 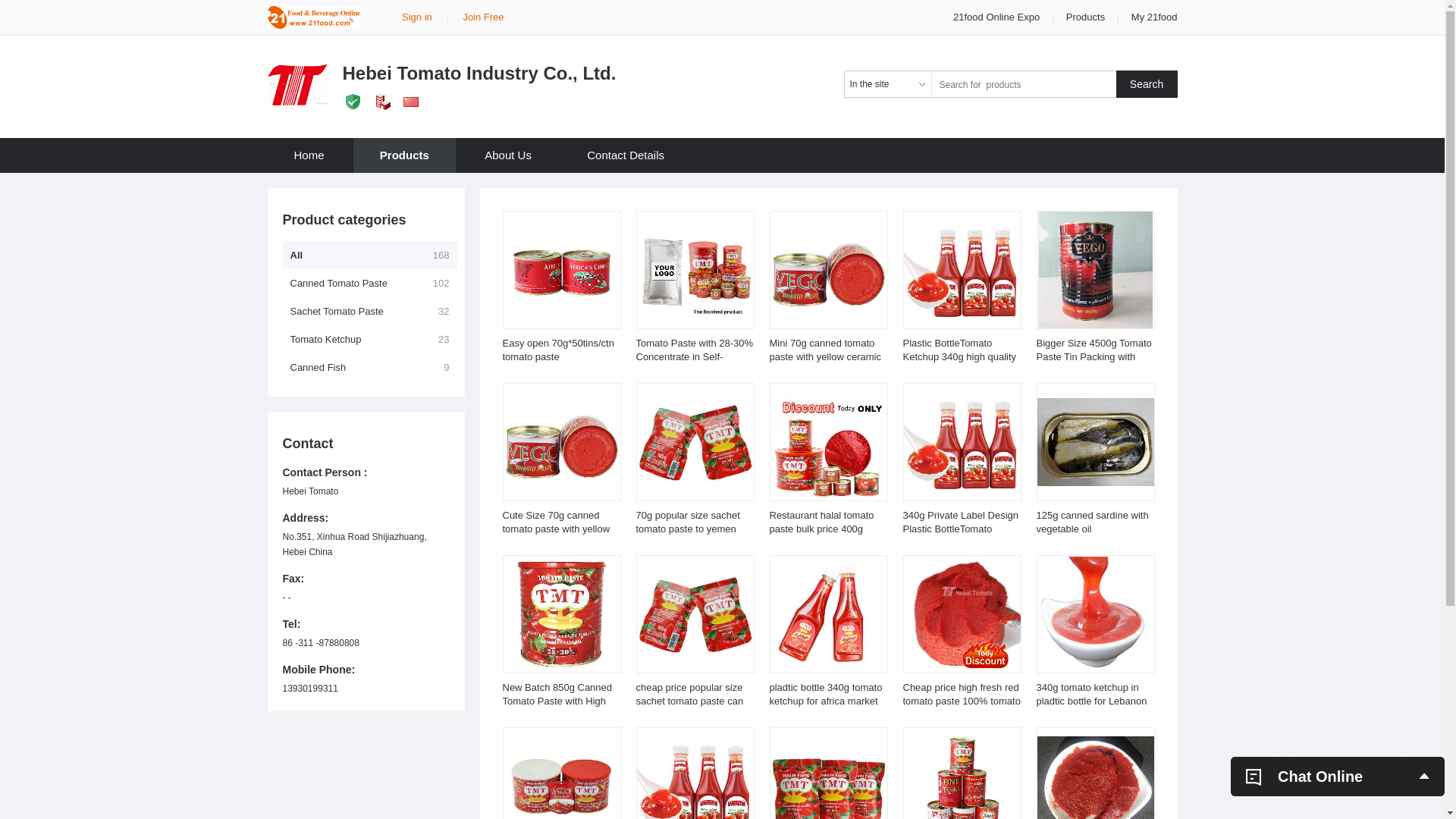 I want to click on 'Products', so click(x=1084, y=17).